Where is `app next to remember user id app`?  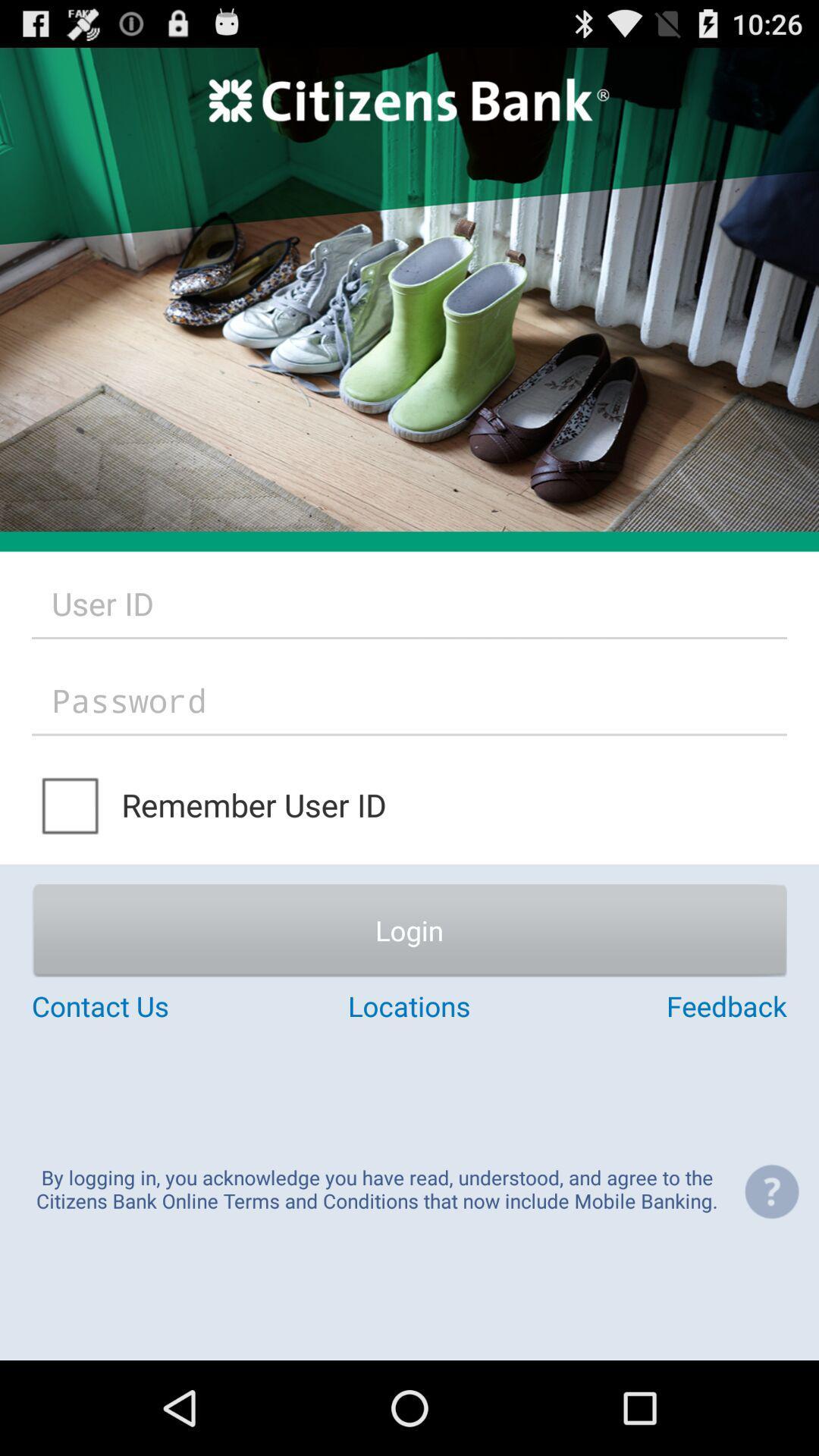
app next to remember user id app is located at coordinates (71, 804).